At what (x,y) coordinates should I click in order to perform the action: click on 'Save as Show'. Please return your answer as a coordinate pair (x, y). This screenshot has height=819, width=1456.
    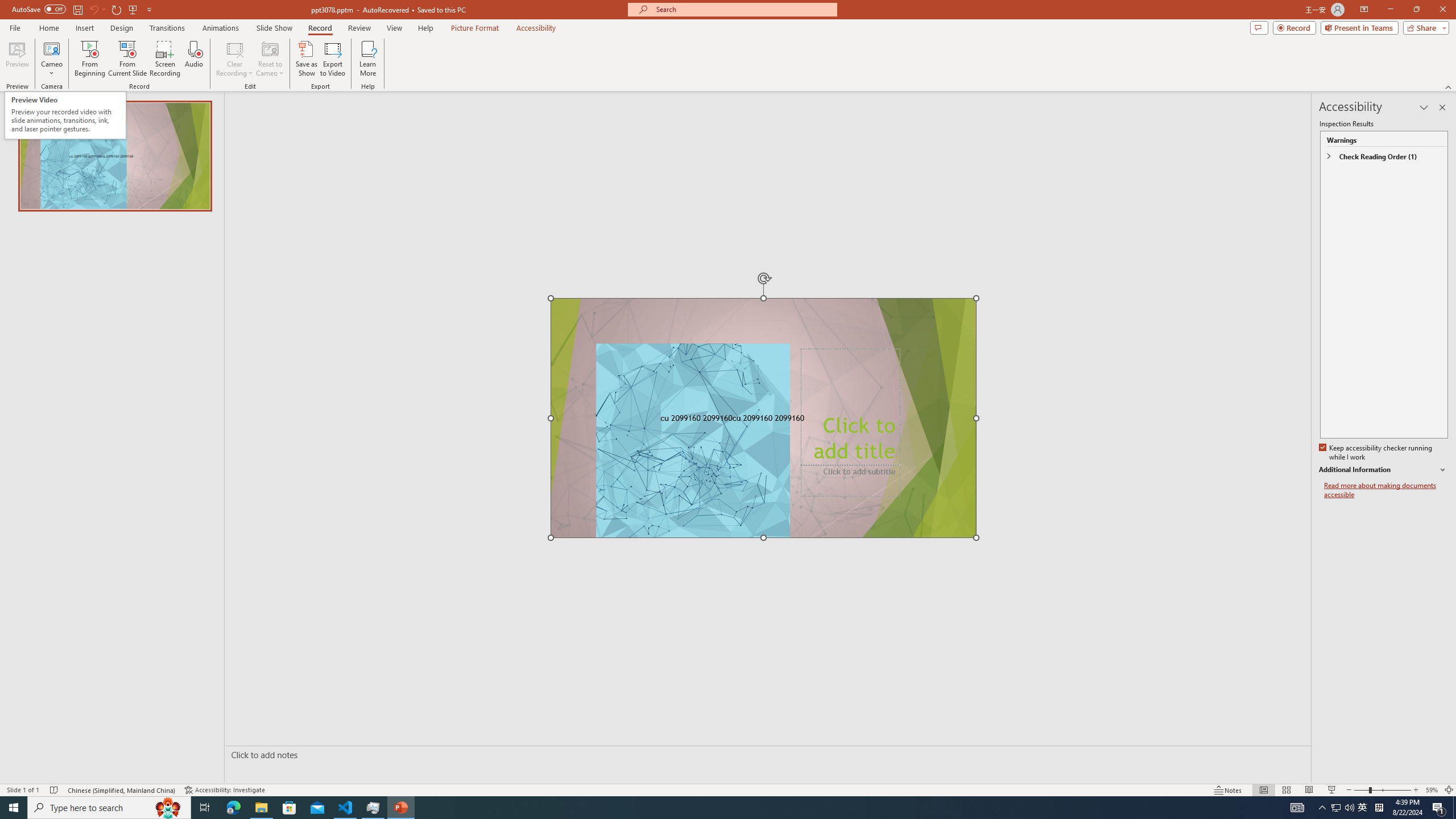
    Looking at the image, I should click on (306, 59).